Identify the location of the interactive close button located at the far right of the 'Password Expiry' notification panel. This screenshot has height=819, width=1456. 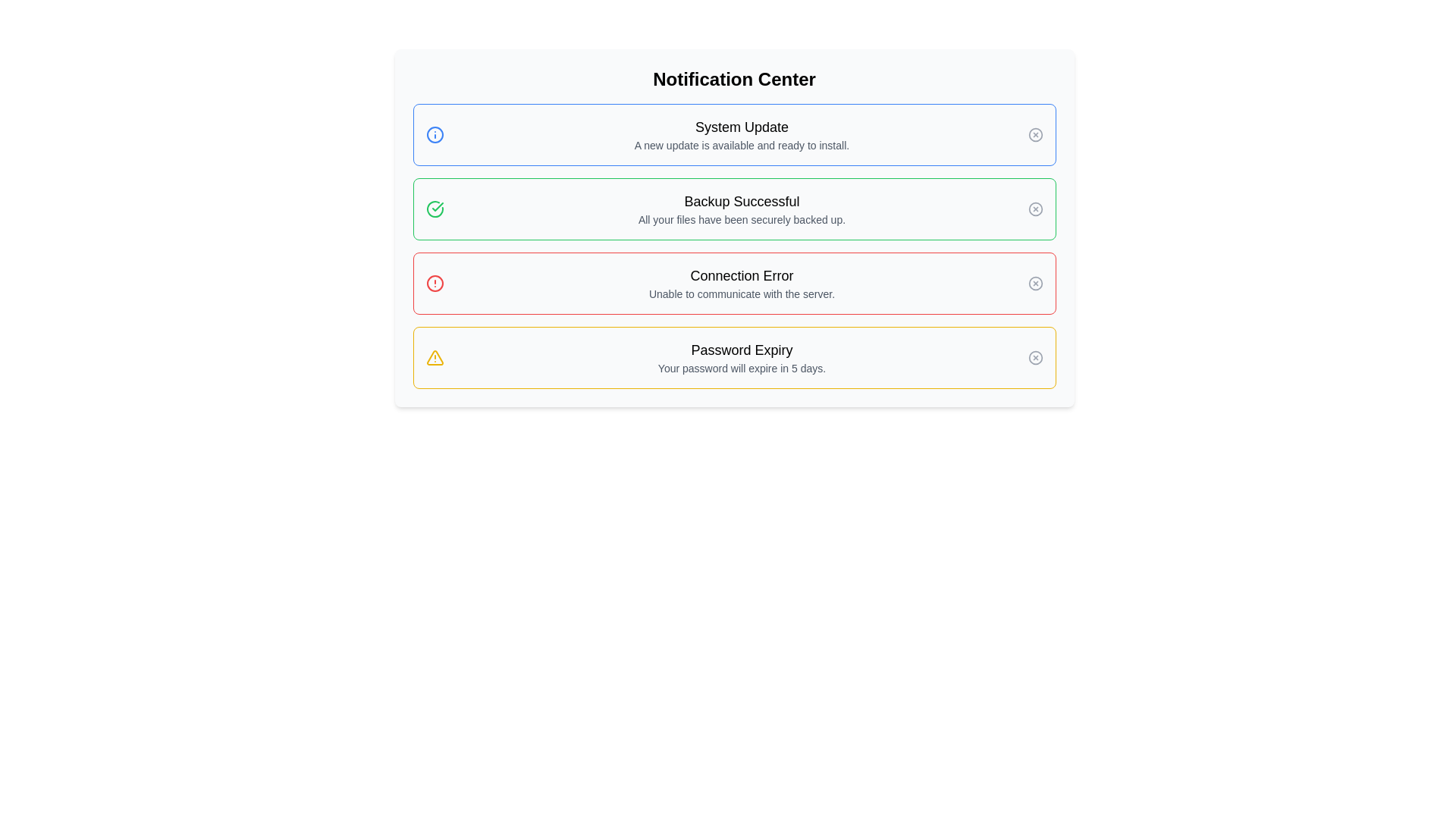
(1034, 357).